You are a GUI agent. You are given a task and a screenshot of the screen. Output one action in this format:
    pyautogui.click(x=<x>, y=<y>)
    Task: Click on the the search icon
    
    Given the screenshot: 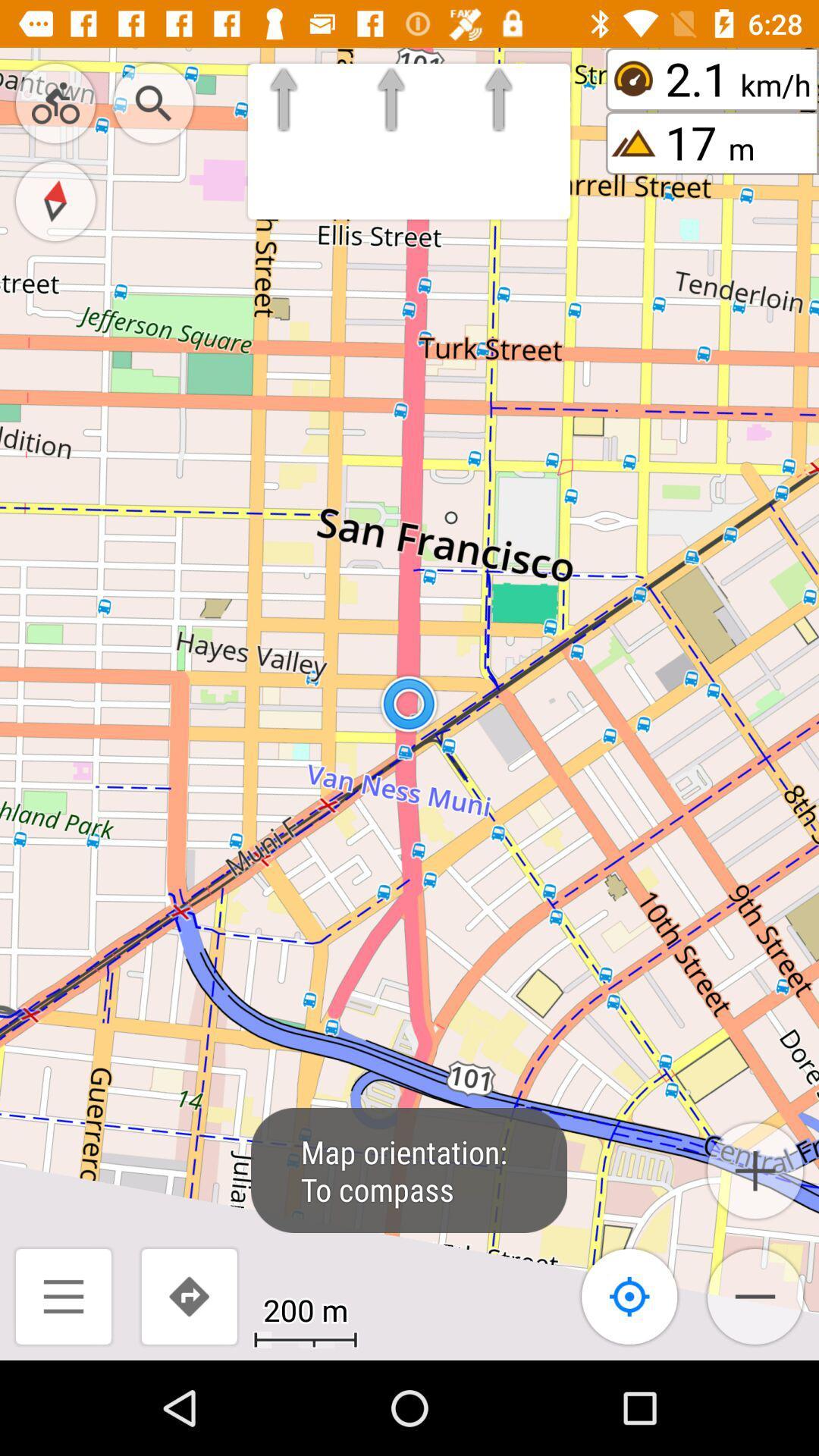 What is the action you would take?
    pyautogui.click(x=153, y=102)
    